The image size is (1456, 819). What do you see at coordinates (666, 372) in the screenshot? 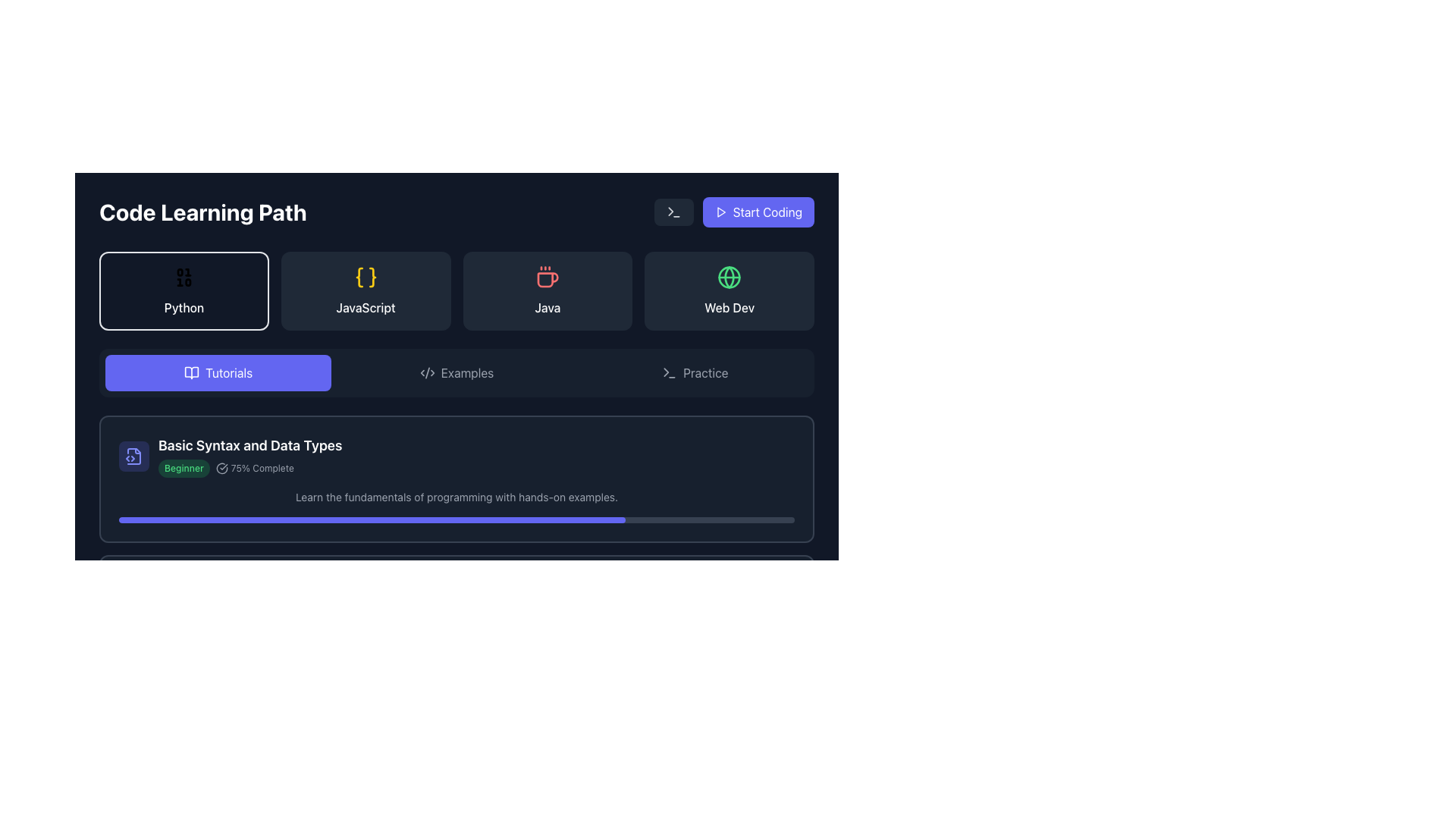
I see `the triangular icon element located in the top right corner of the interface, adjacent to the 'Start Coding' button` at bounding box center [666, 372].